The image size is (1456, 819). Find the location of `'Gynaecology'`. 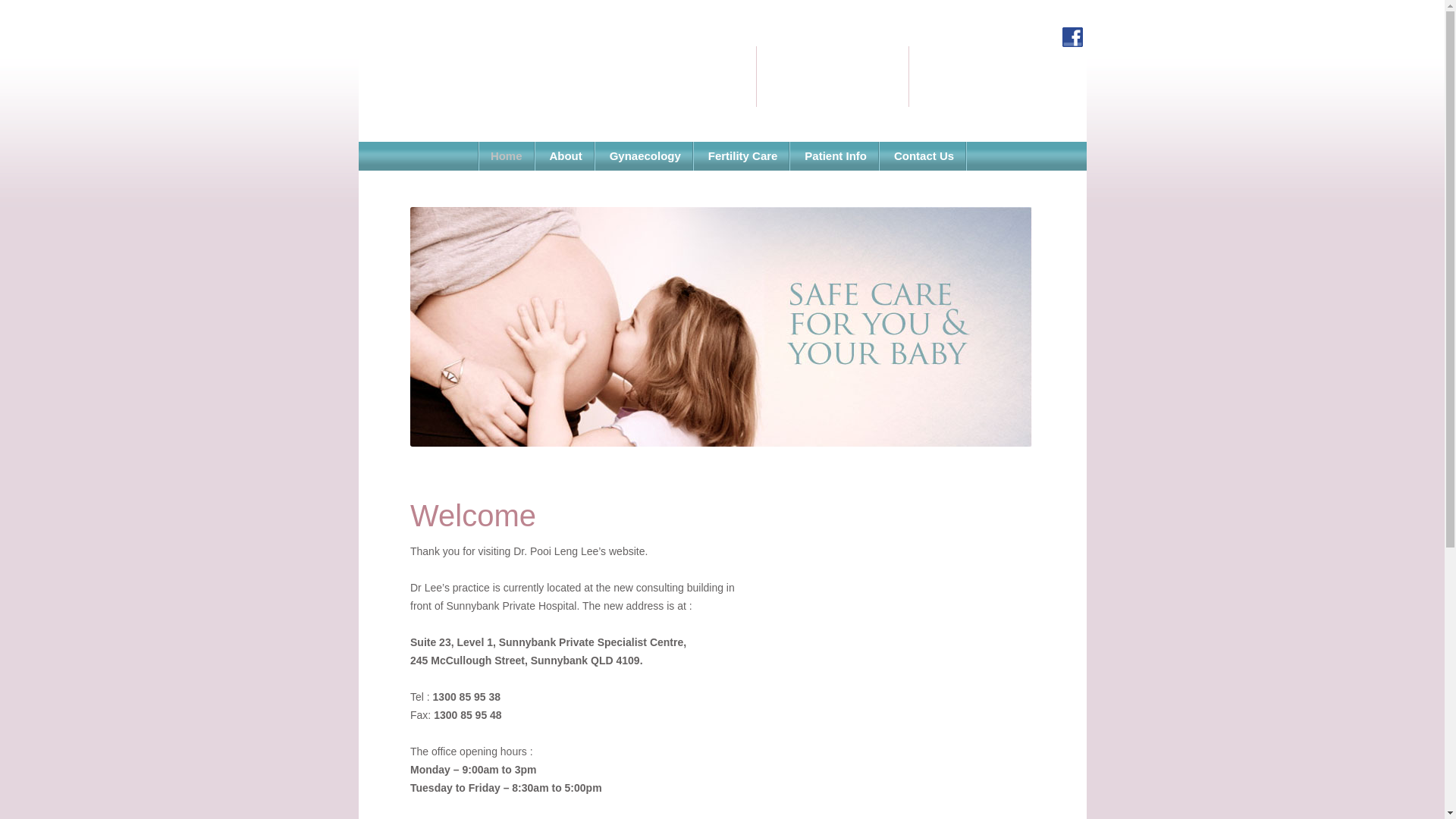

'Gynaecology' is located at coordinates (645, 155).